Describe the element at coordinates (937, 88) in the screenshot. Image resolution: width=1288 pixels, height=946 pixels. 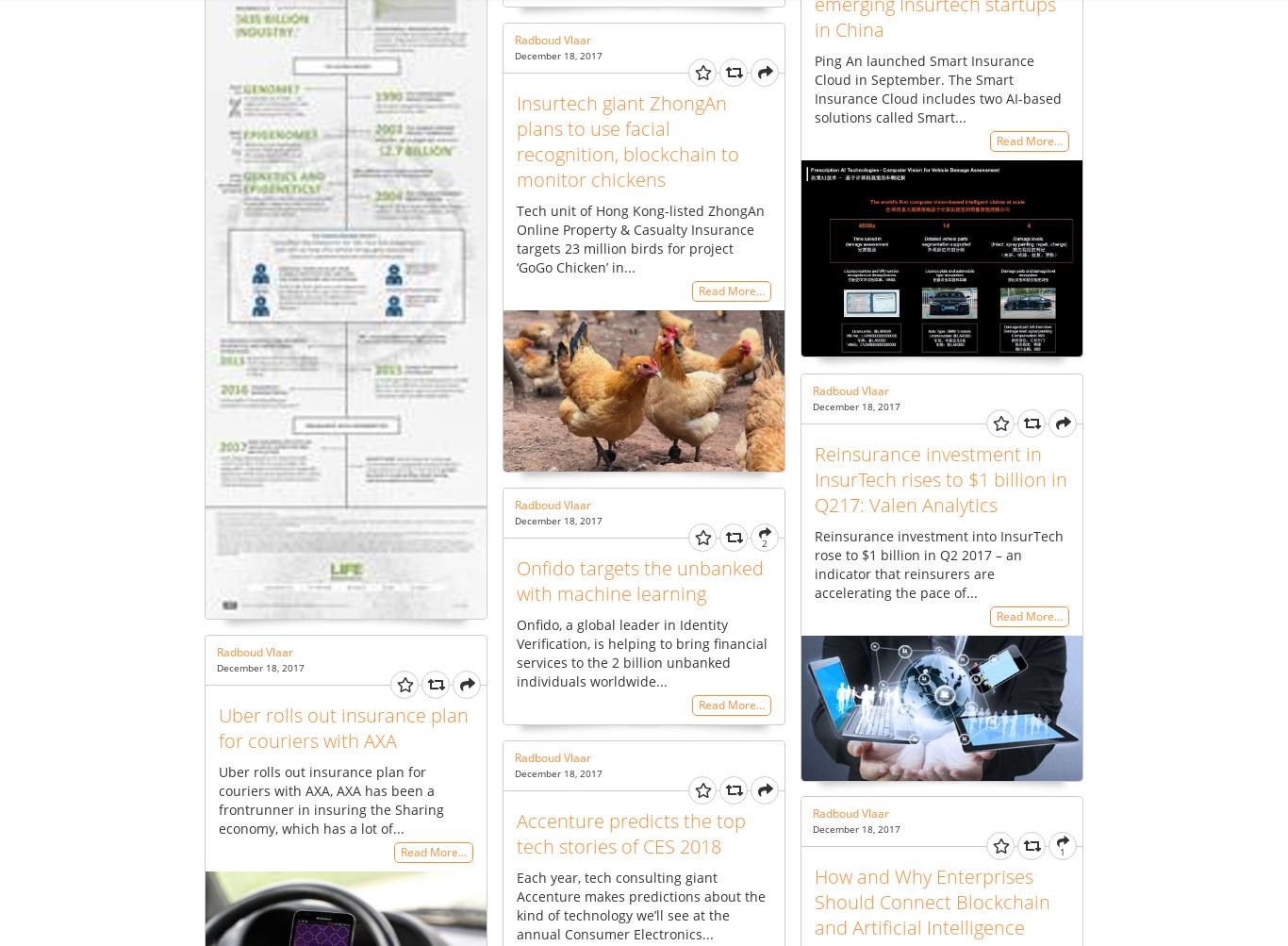
I see `'Ping An launched Smart Insurance Cloud in September. The Smart Insurance Cloud includes two AI-based solutions called Smart...'` at that location.